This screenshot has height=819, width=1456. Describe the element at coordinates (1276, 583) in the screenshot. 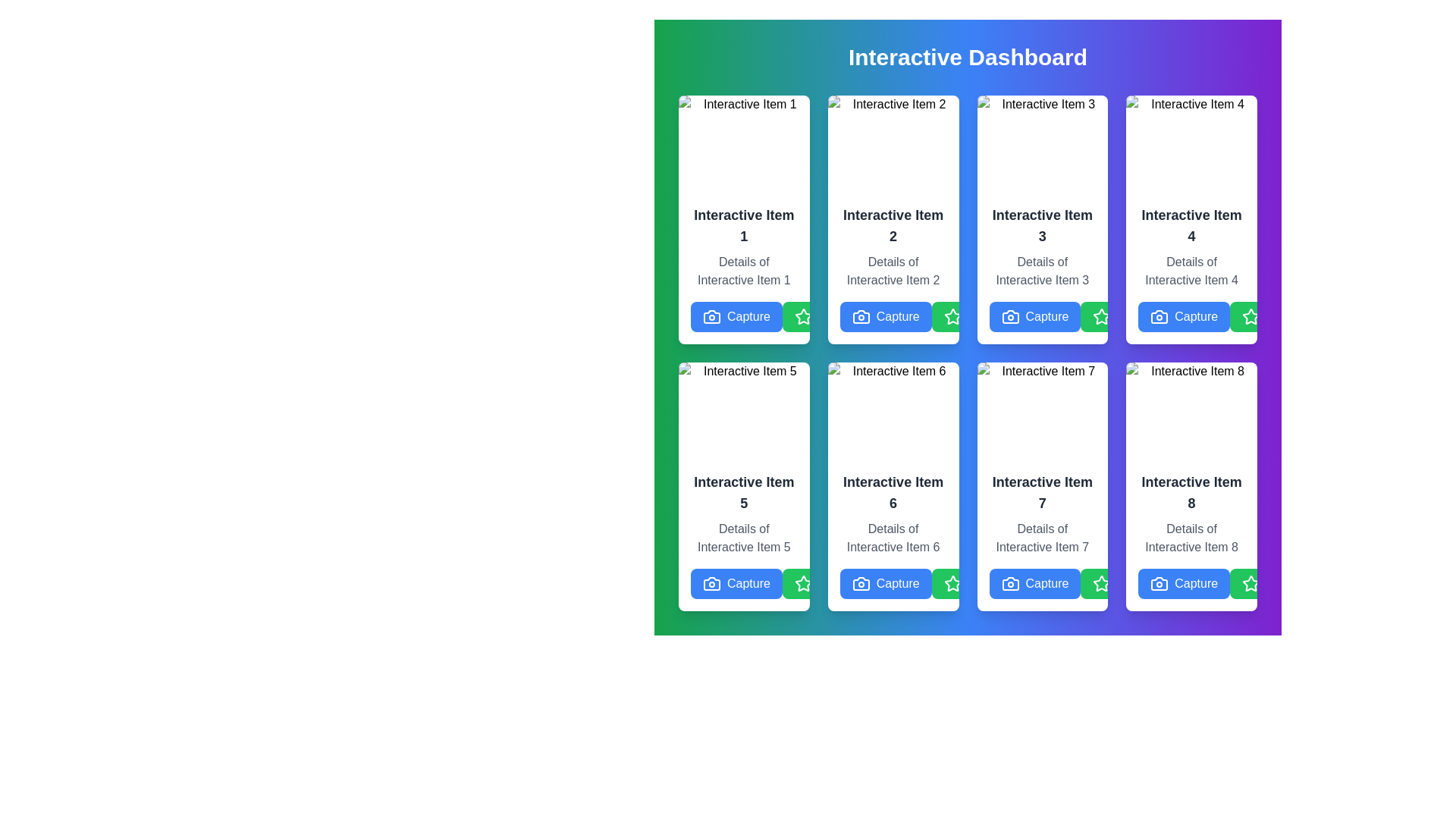

I see `the 'Favorite' button located in the eighth item card` at that location.